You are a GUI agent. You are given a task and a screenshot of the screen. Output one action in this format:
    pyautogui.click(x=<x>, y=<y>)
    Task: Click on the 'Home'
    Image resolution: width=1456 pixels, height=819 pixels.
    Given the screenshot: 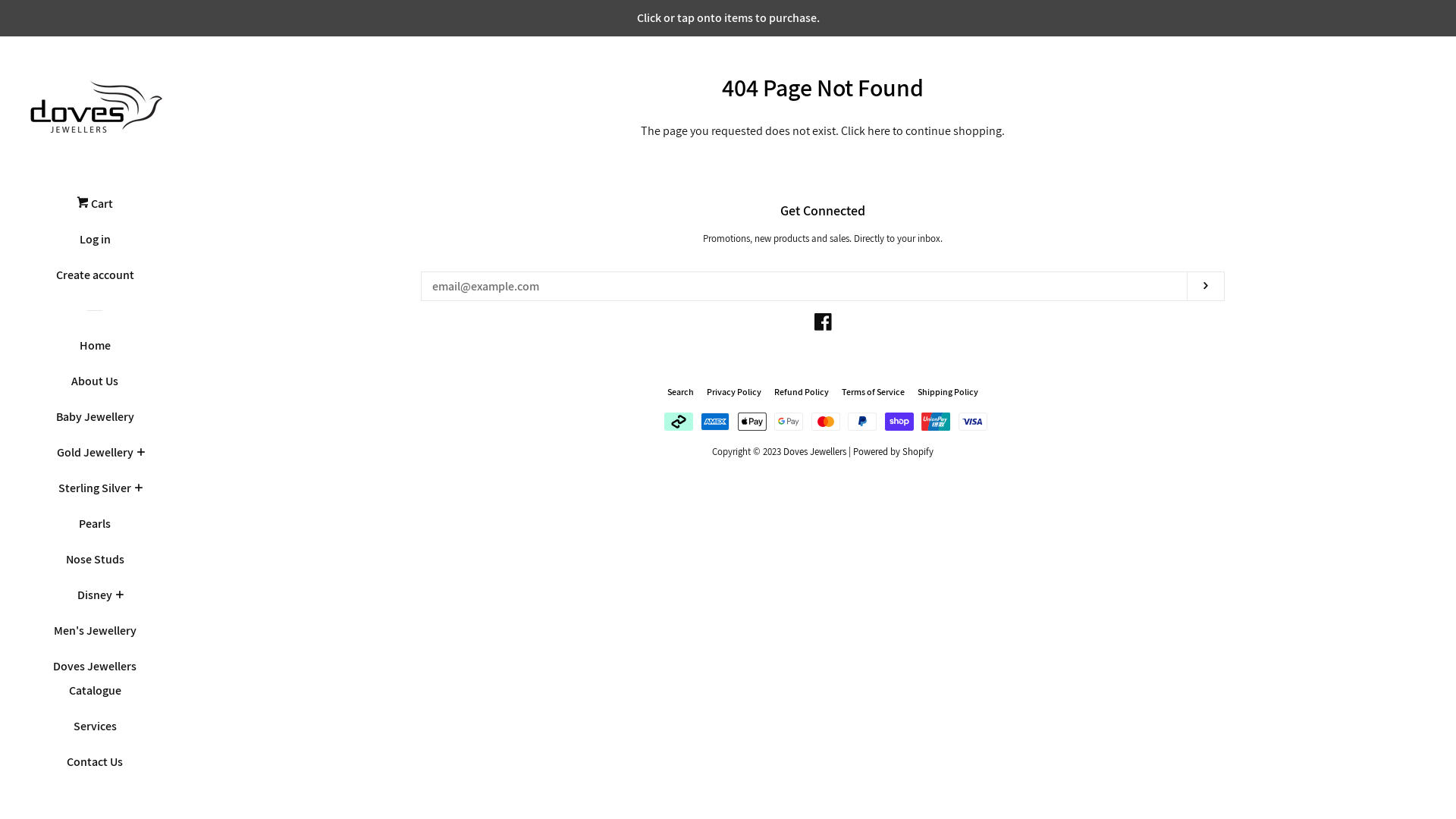 What is the action you would take?
    pyautogui.click(x=93, y=351)
    